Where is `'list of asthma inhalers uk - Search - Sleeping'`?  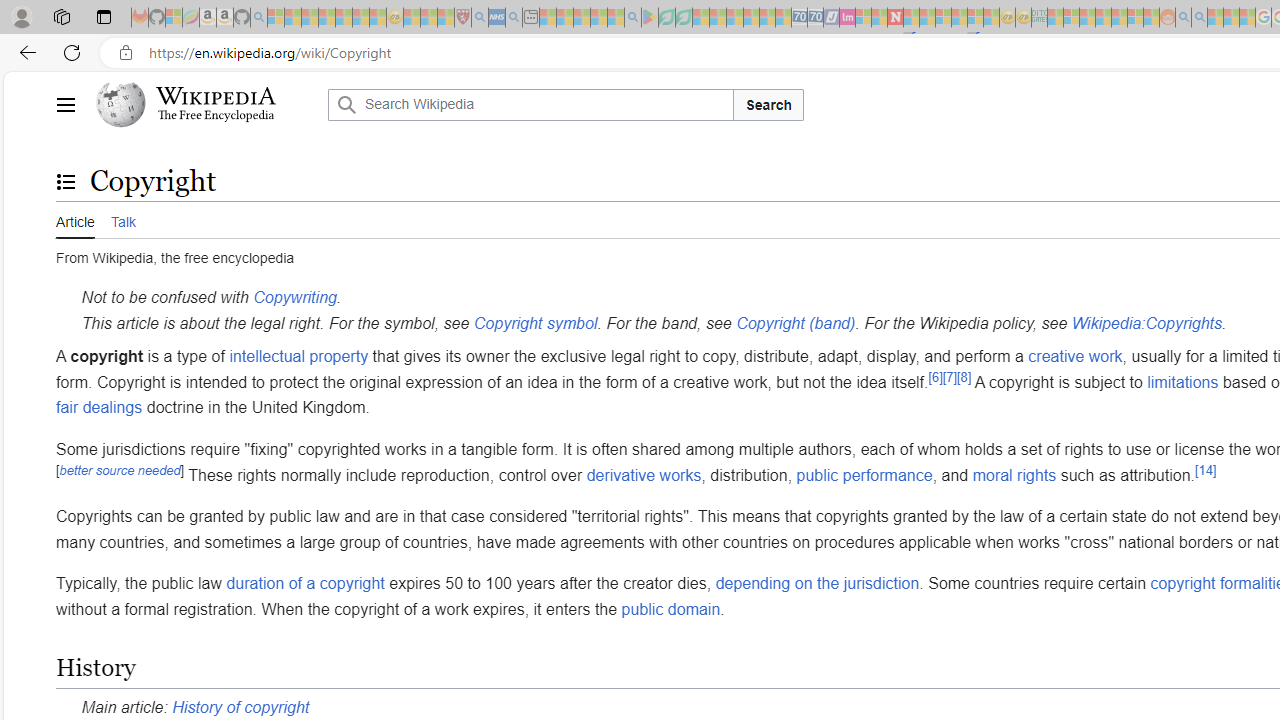 'list of asthma inhalers uk - Search - Sleeping' is located at coordinates (480, 17).